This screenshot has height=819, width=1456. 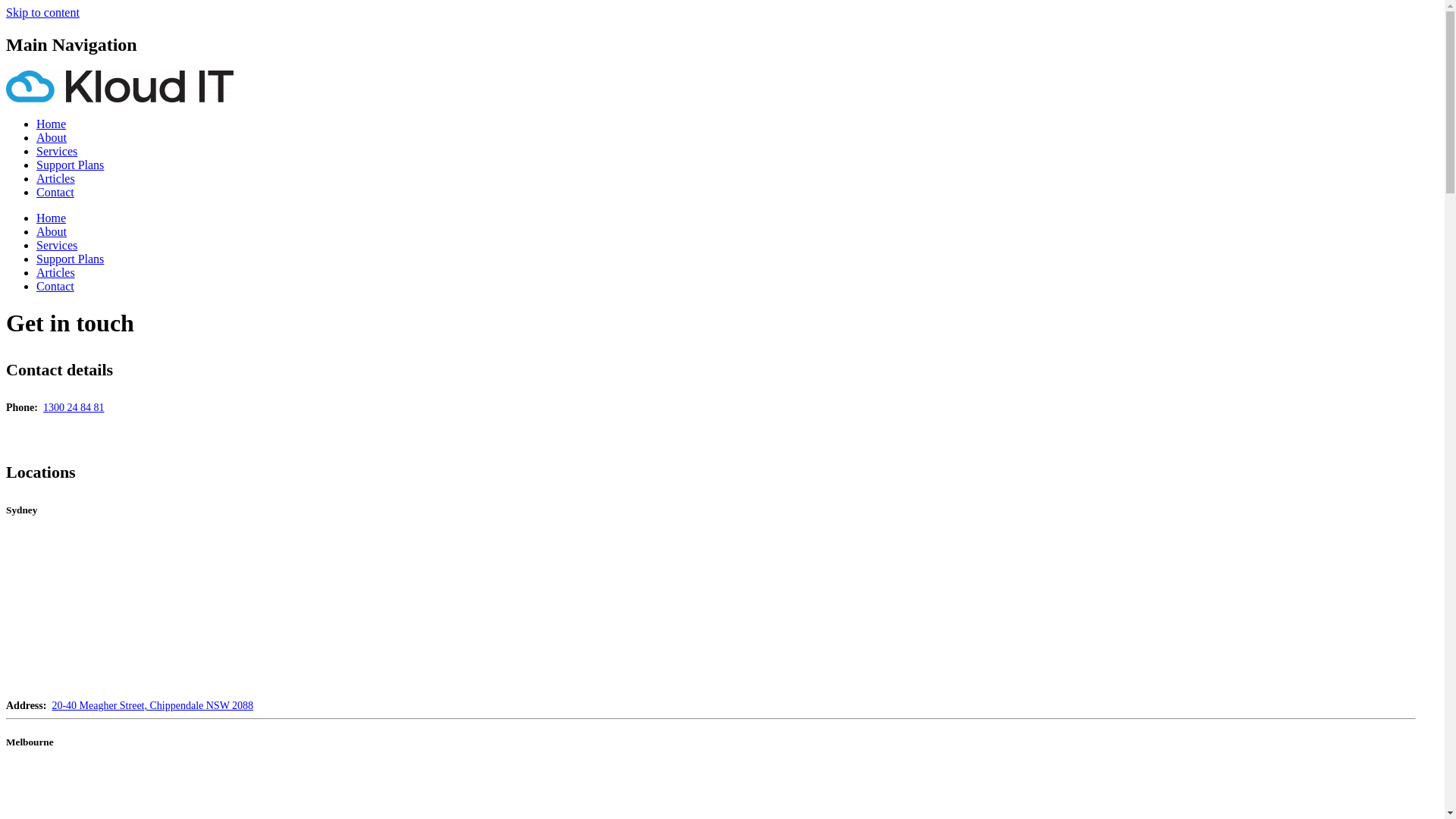 I want to click on '1300 24 84 81', so click(x=73, y=406).